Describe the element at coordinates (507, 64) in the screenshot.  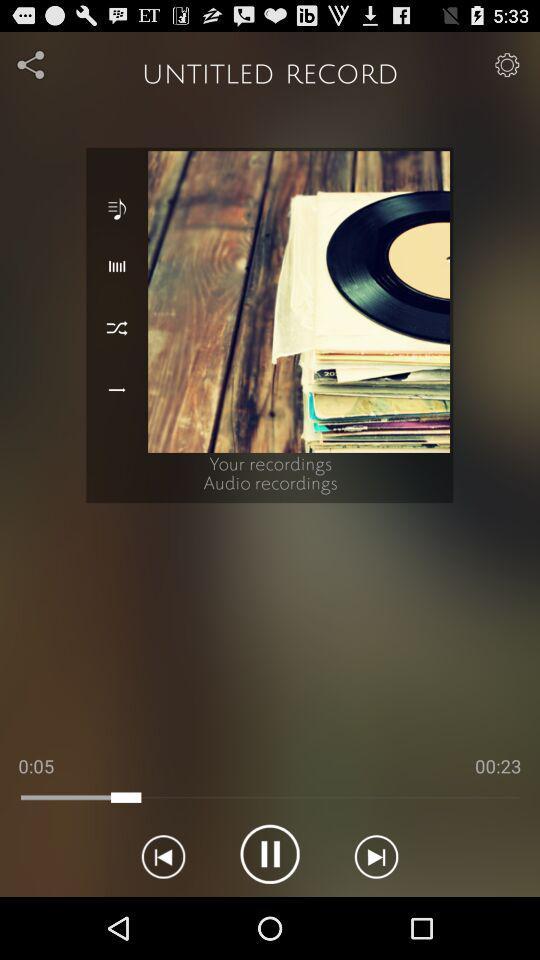
I see `settings icon in top right corner` at that location.